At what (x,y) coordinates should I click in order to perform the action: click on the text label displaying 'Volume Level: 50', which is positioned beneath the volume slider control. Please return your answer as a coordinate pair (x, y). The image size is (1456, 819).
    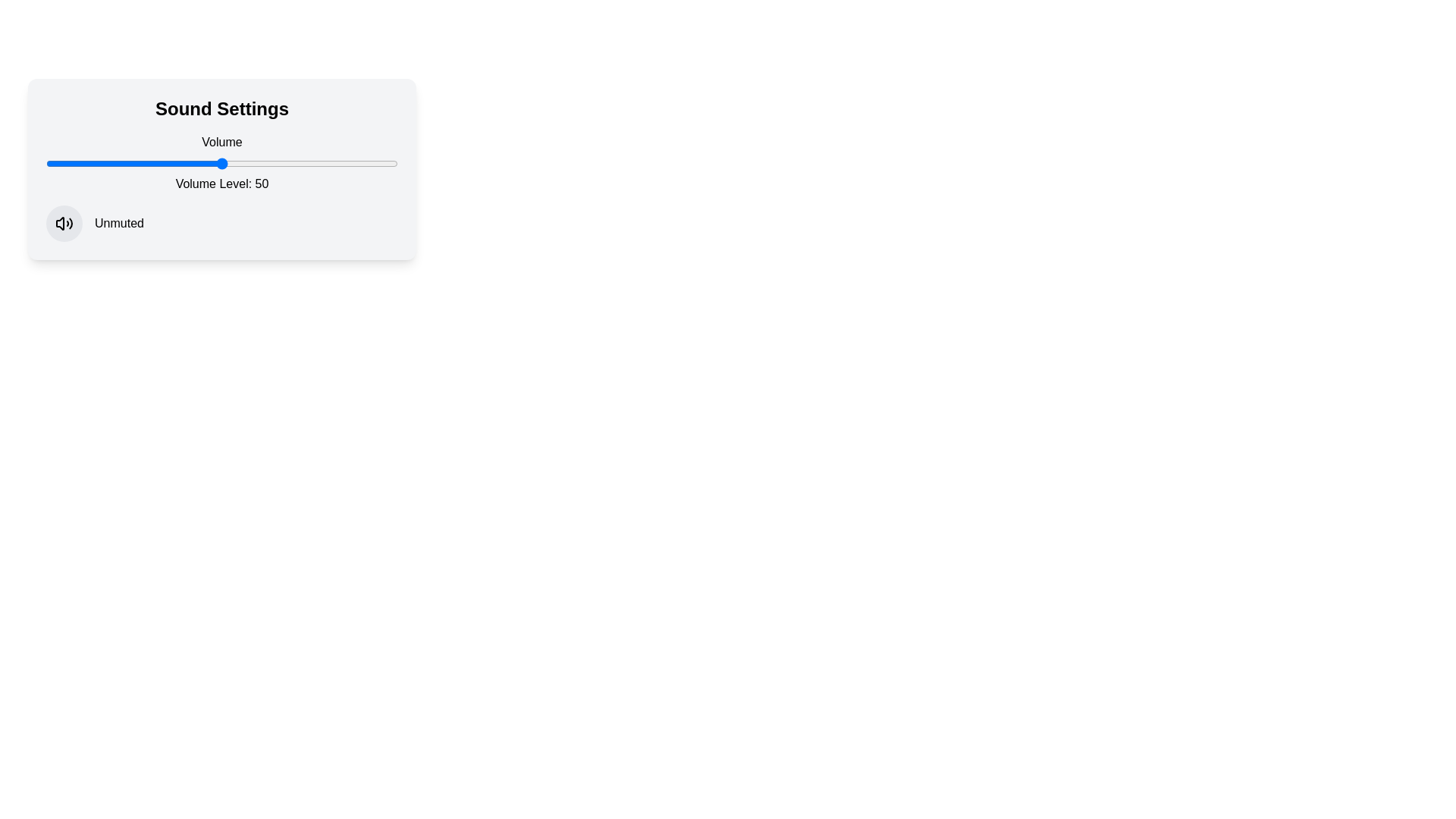
    Looking at the image, I should click on (221, 184).